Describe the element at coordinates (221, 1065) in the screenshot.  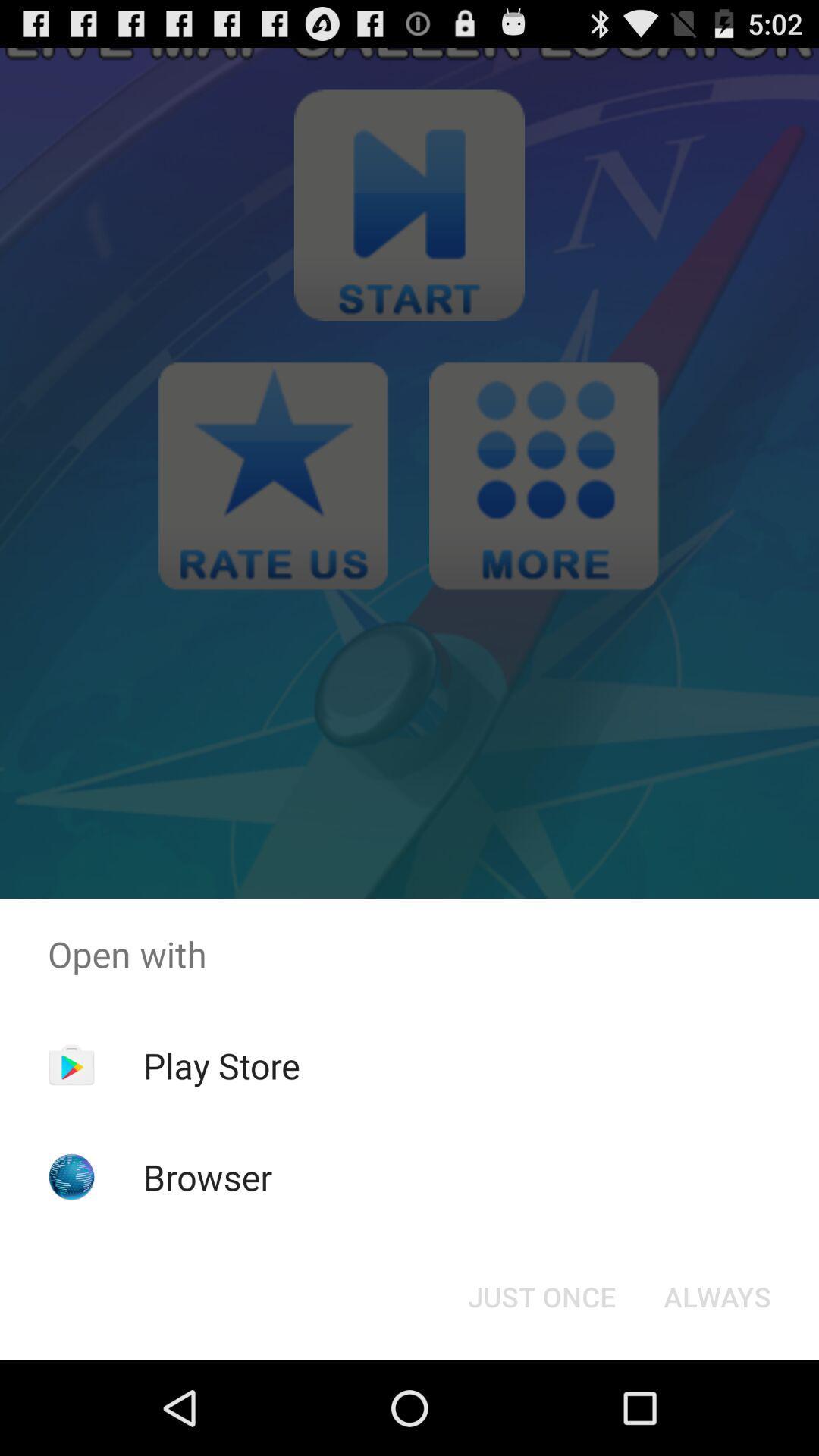
I see `the icon above browser icon` at that location.